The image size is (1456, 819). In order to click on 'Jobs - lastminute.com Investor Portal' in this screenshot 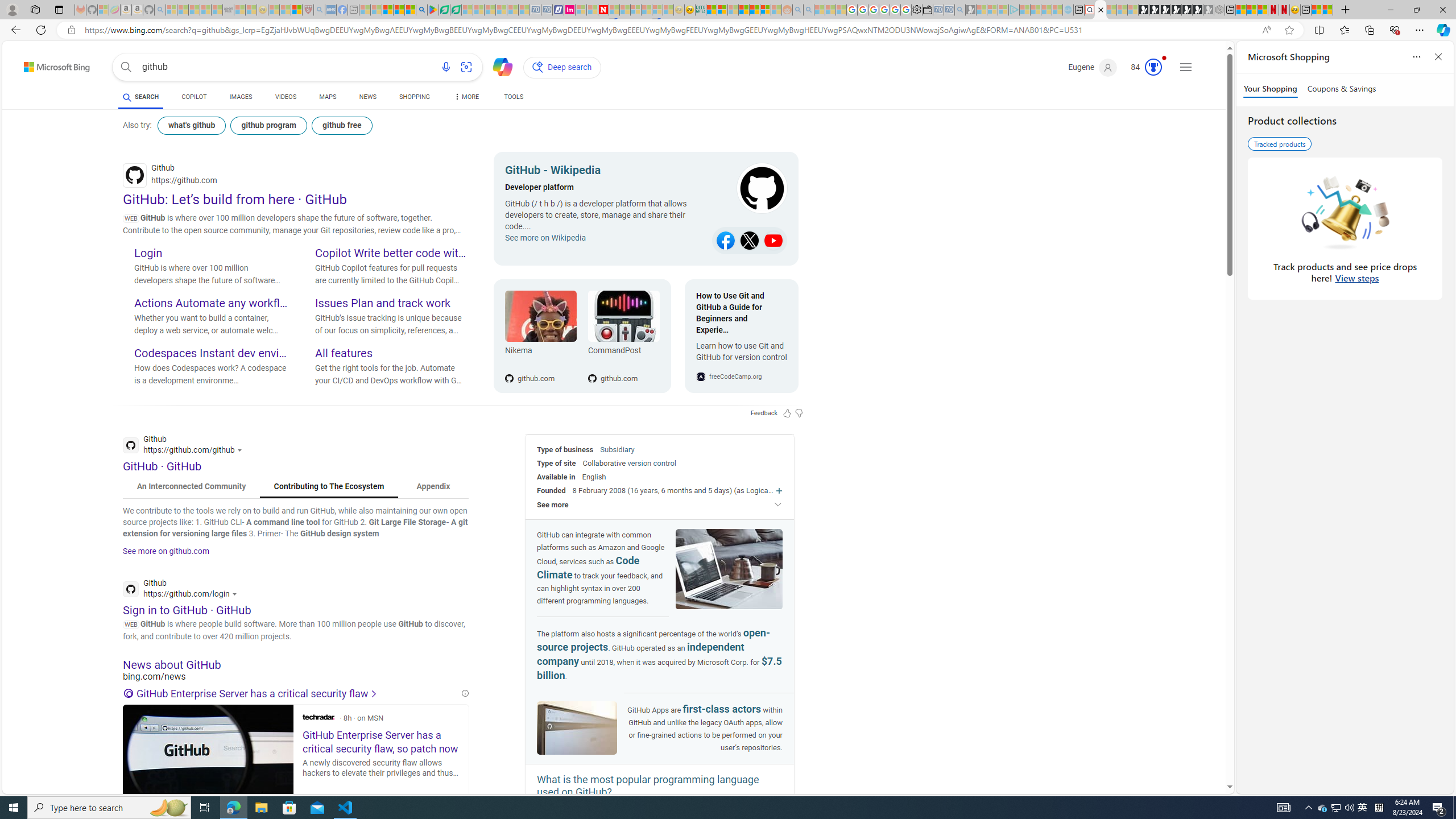, I will do `click(568, 9)`.